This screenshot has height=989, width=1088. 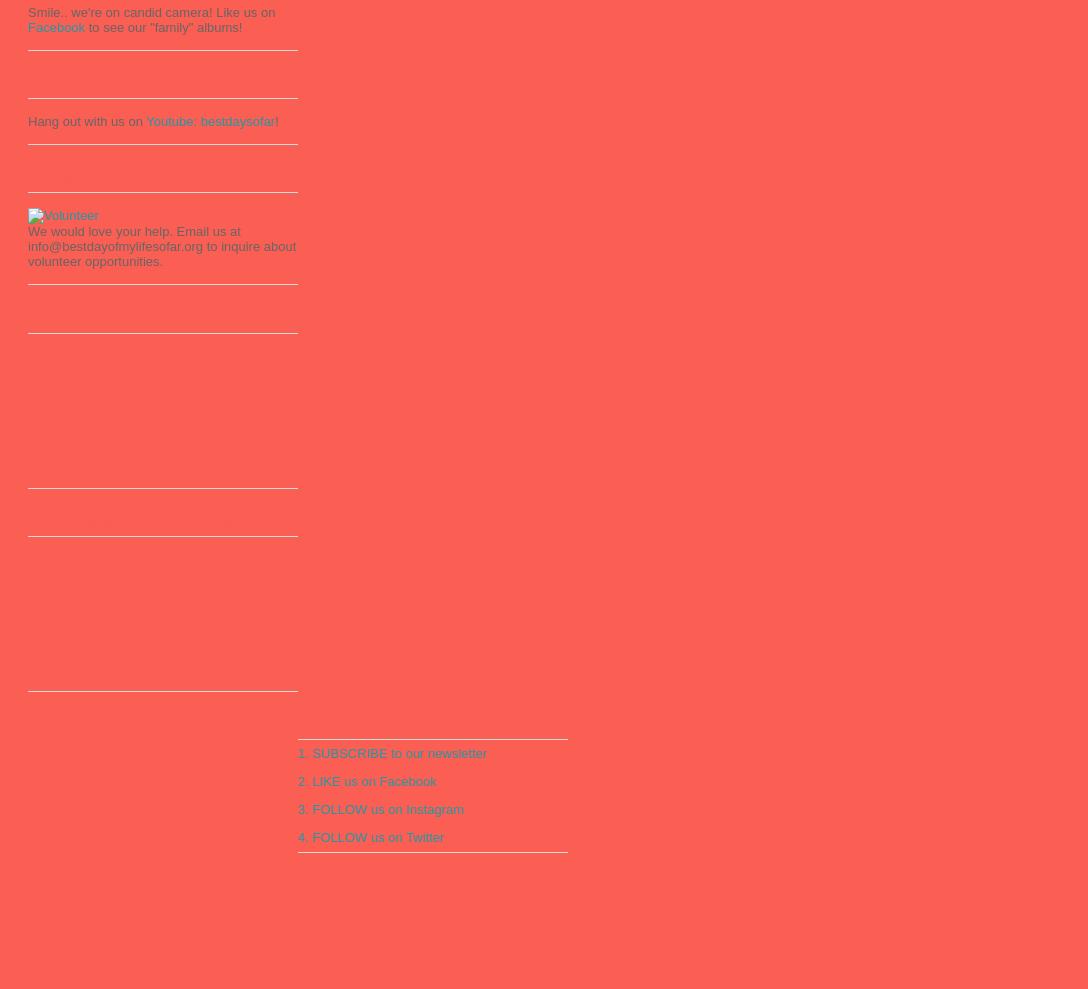 What do you see at coordinates (298, 808) in the screenshot?
I see `'3. FOLLOW us on Instagram'` at bounding box center [298, 808].